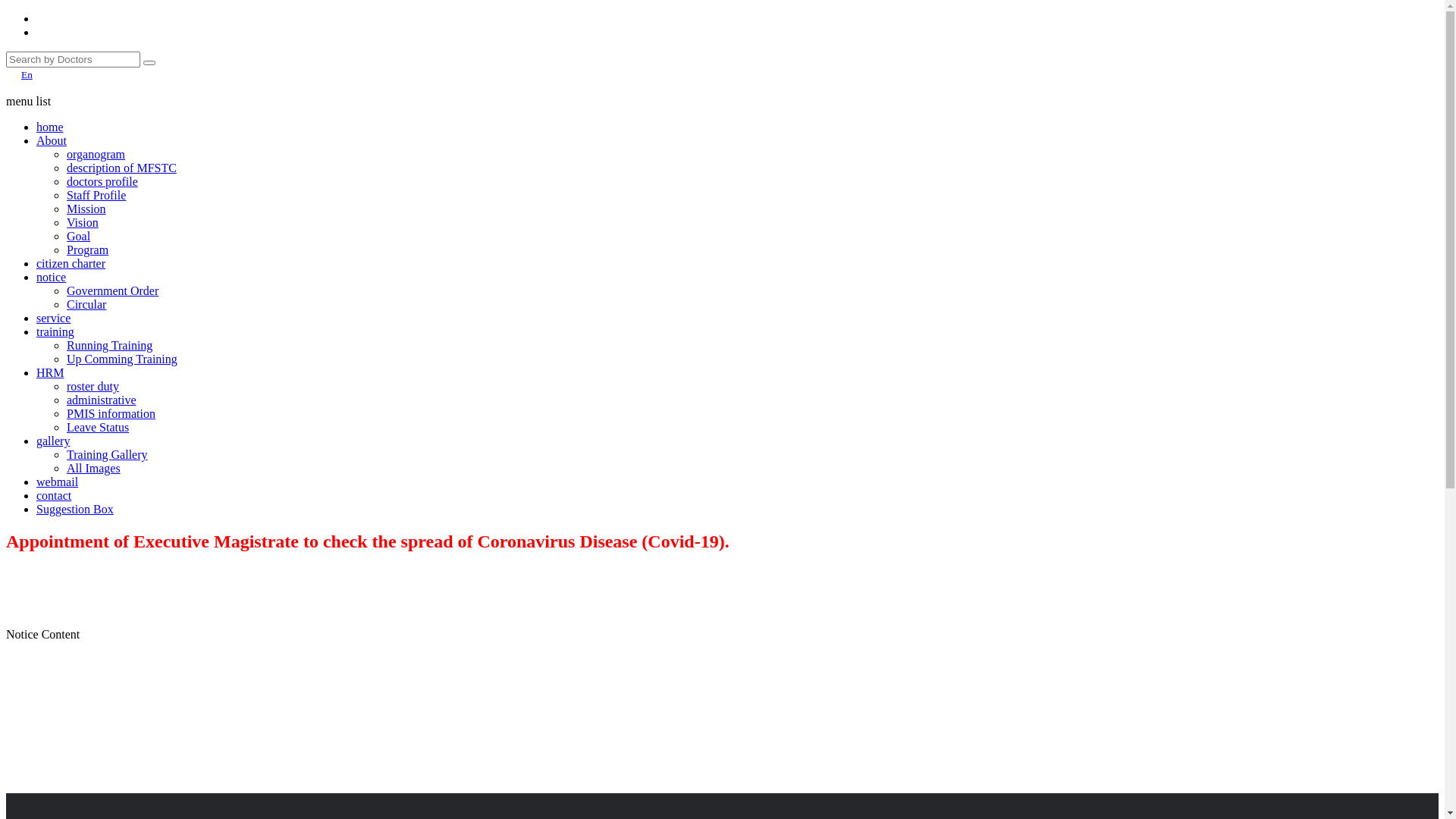  What do you see at coordinates (65, 345) in the screenshot?
I see `'Running Training'` at bounding box center [65, 345].